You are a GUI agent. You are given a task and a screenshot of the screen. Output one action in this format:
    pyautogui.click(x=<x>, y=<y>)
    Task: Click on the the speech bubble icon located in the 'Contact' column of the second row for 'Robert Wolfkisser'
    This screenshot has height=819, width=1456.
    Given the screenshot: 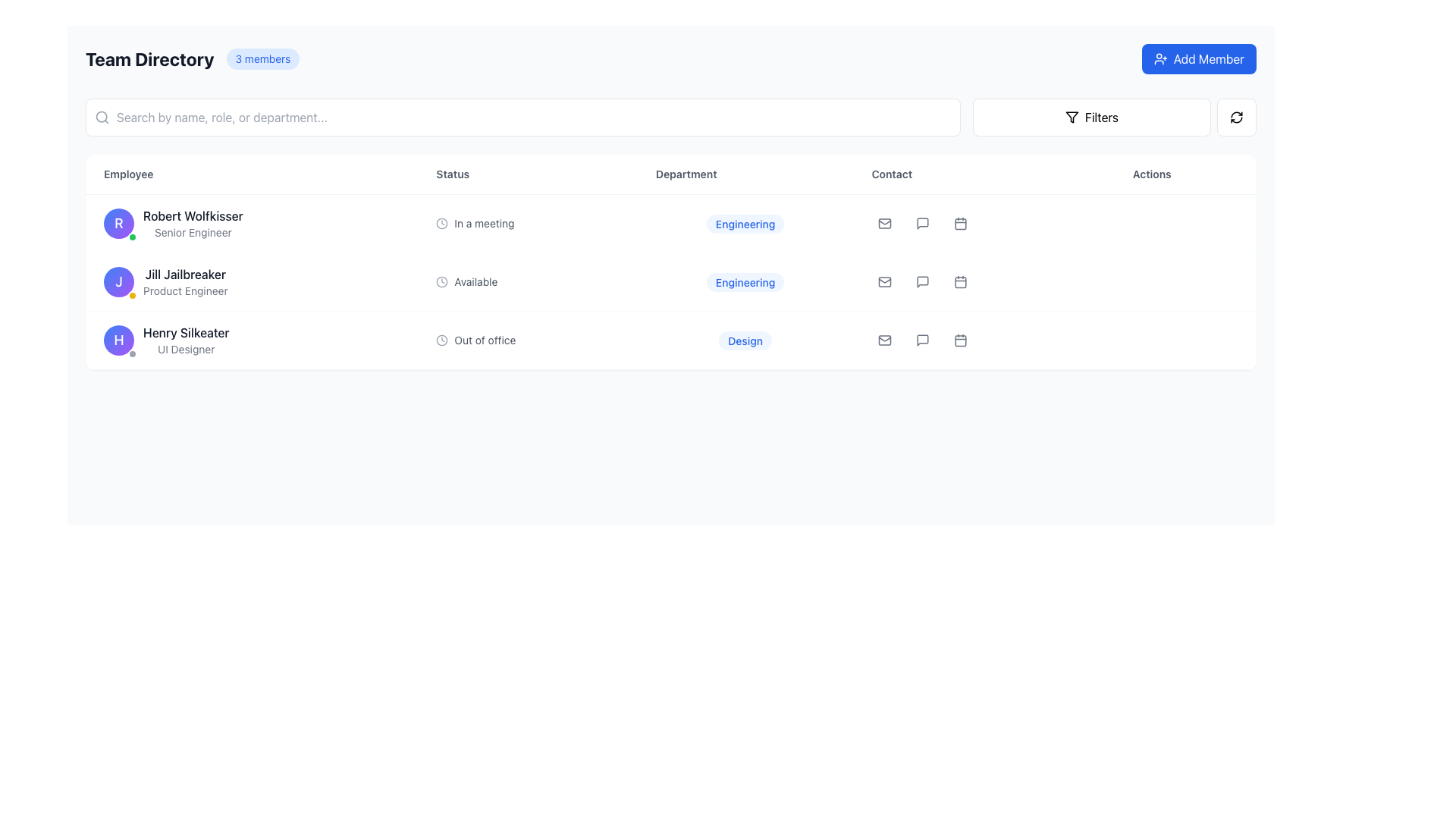 What is the action you would take?
    pyautogui.click(x=921, y=223)
    